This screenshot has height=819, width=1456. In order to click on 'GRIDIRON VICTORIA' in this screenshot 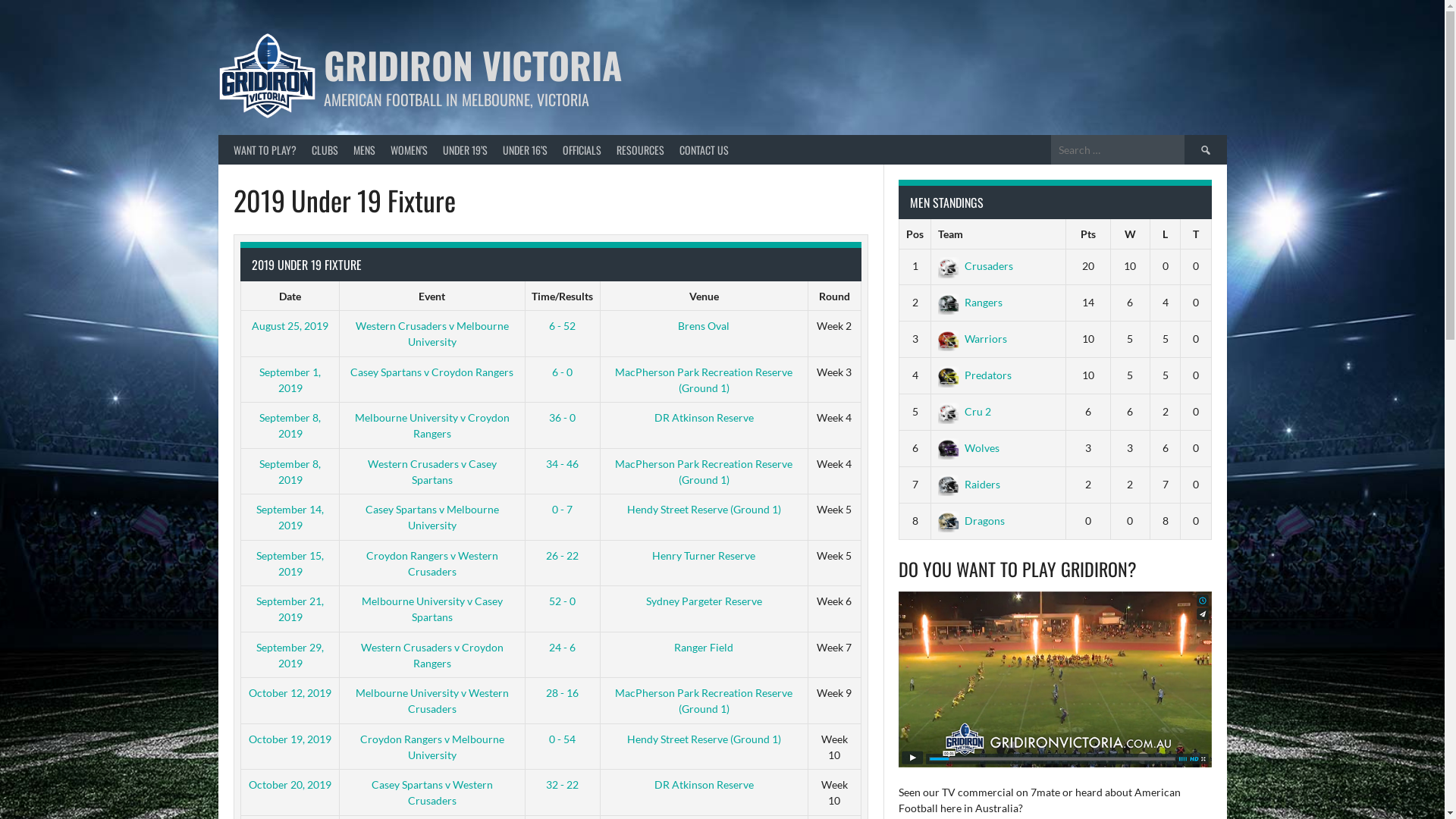, I will do `click(472, 64)`.